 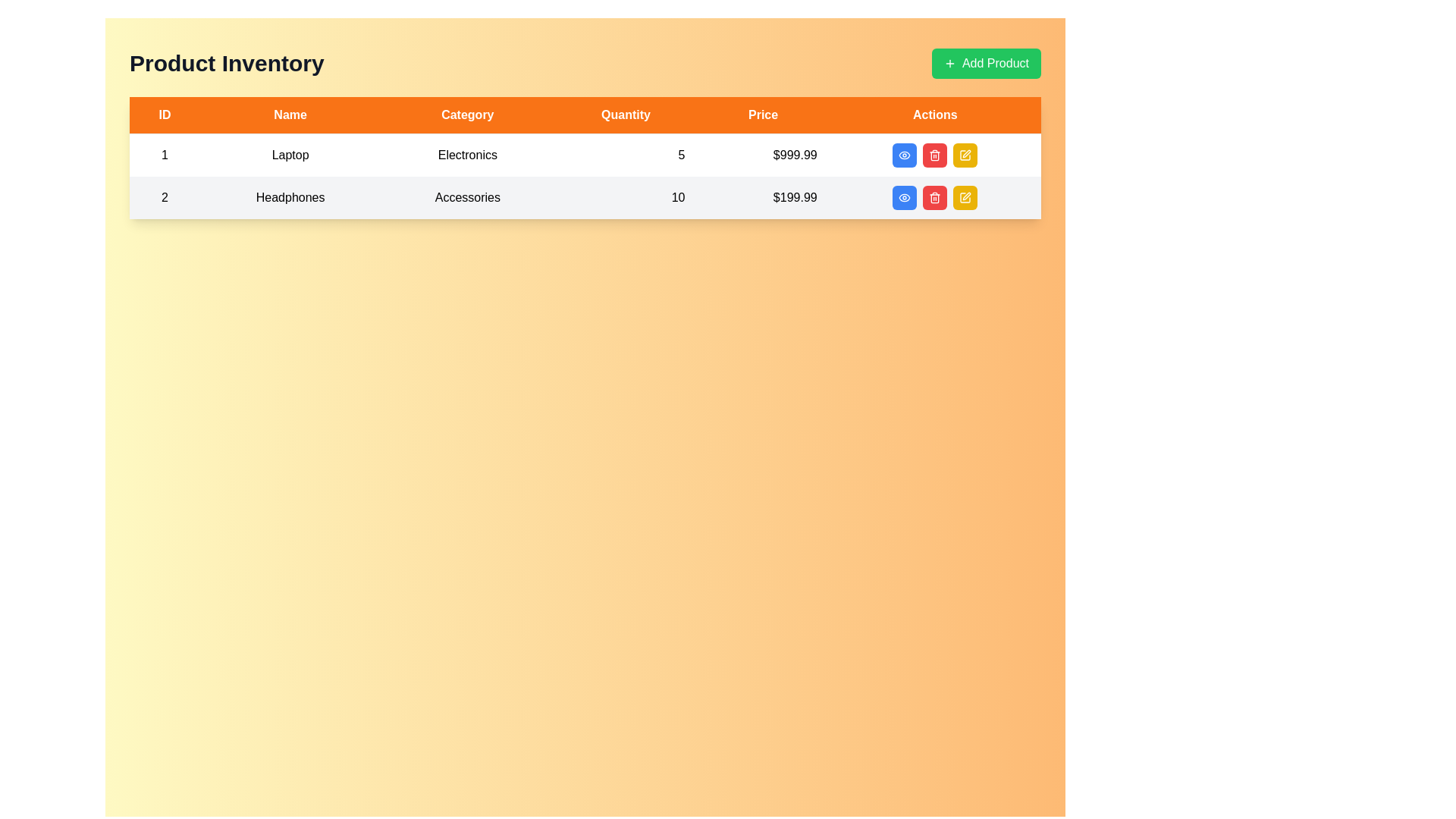 What do you see at coordinates (965, 197) in the screenshot?
I see `the edit icon button, which is the third icon in the 'Actions' column of the table's second row` at bounding box center [965, 197].